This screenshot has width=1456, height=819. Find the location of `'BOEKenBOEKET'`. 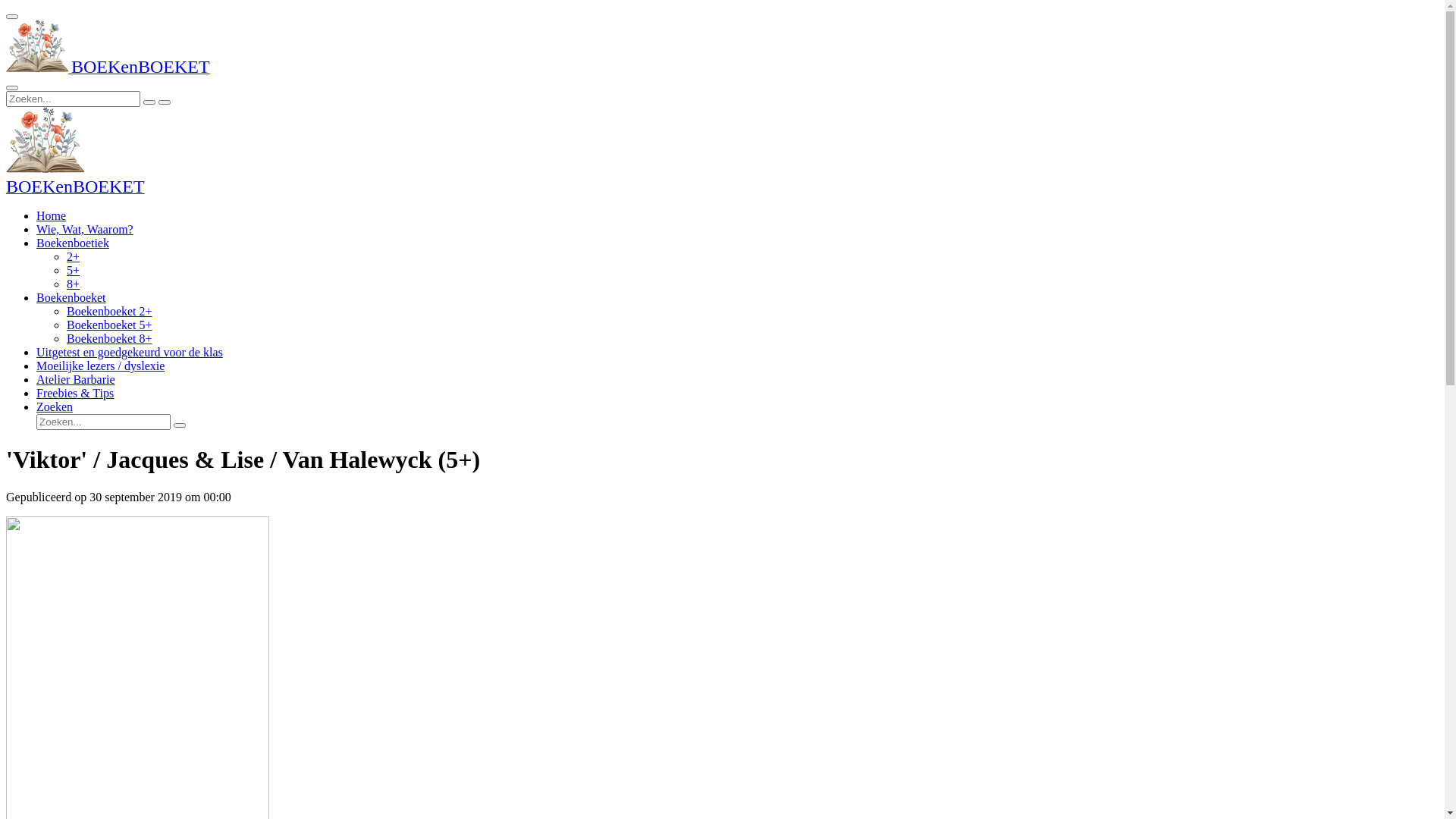

'BOEKenBOEKET' is located at coordinates (74, 187).